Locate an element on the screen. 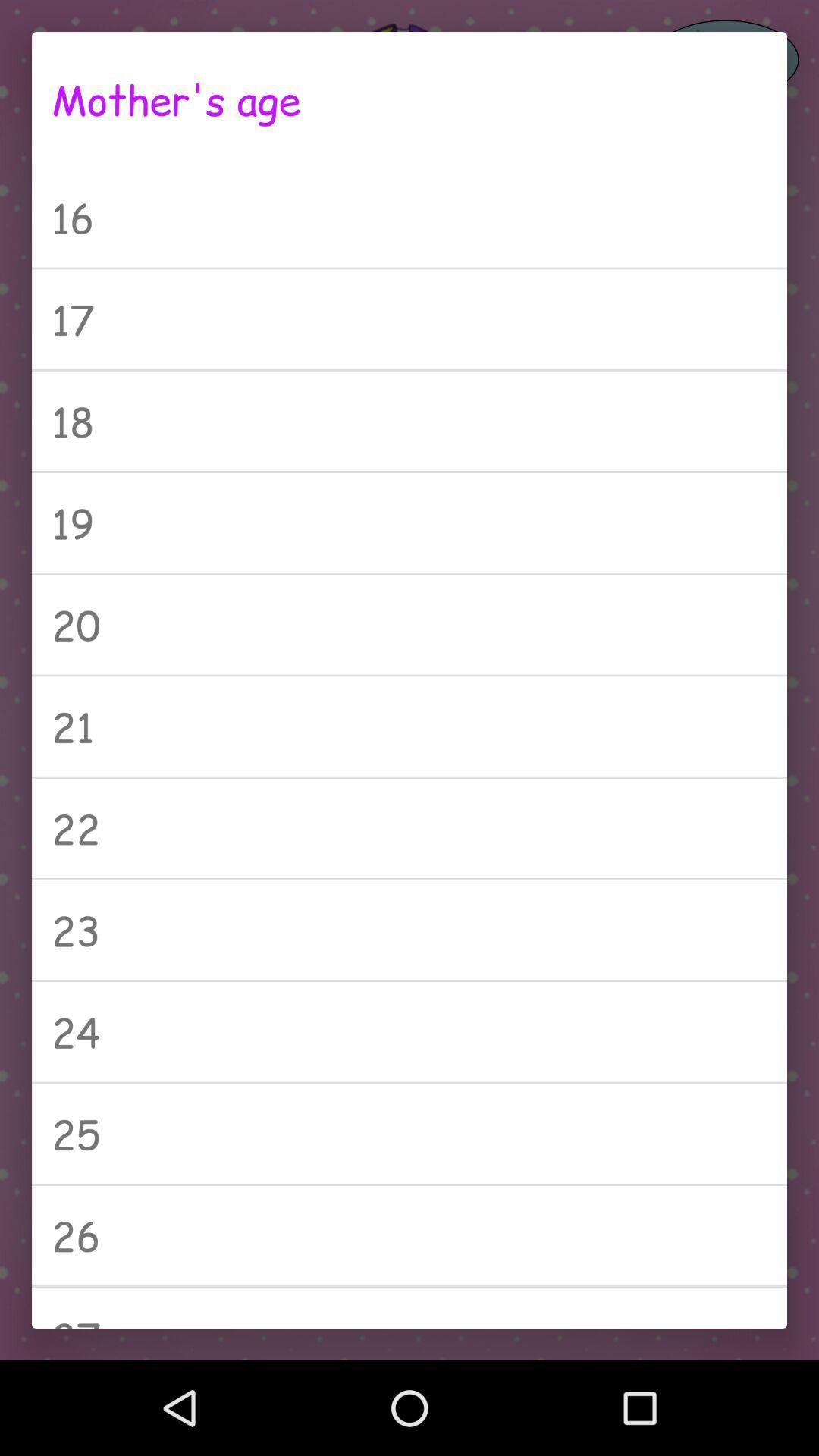  icon above the 22 item is located at coordinates (409, 726).